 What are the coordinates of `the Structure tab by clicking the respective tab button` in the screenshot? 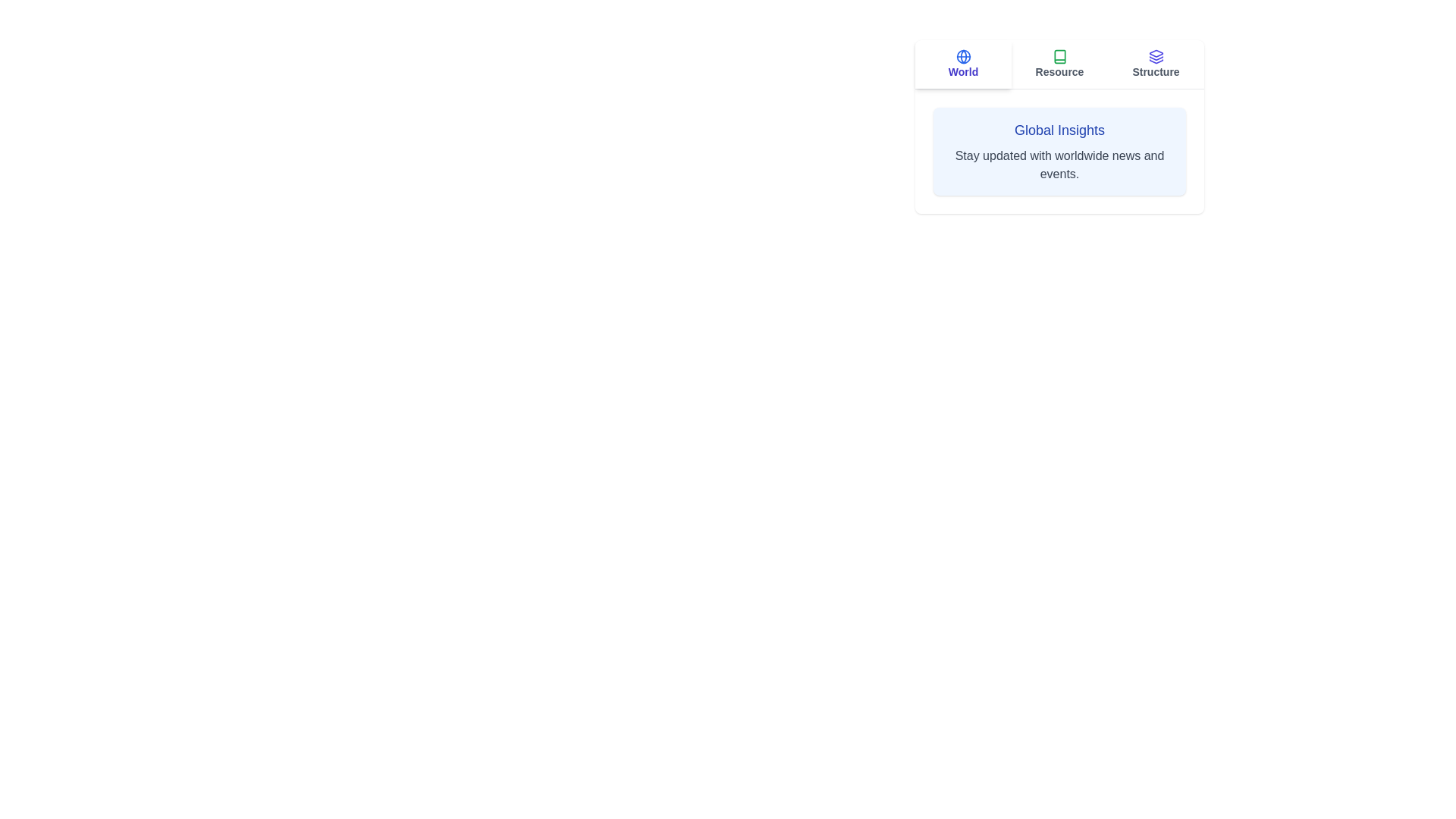 It's located at (1155, 63).